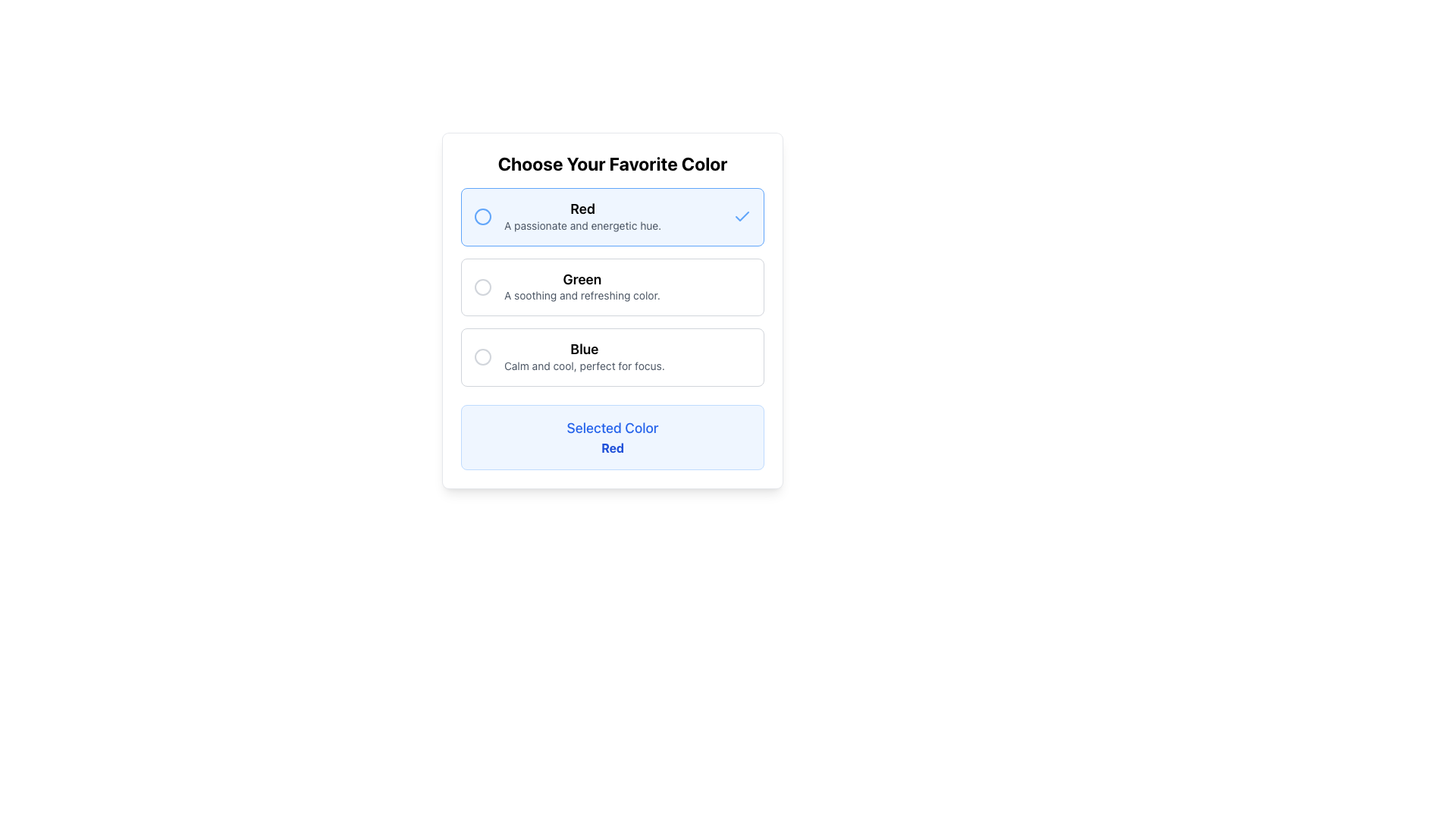  I want to click on the text block displaying the word 'Blue' in bold, which is part of a list of options including 'Red' and 'Green', so click(583, 357).